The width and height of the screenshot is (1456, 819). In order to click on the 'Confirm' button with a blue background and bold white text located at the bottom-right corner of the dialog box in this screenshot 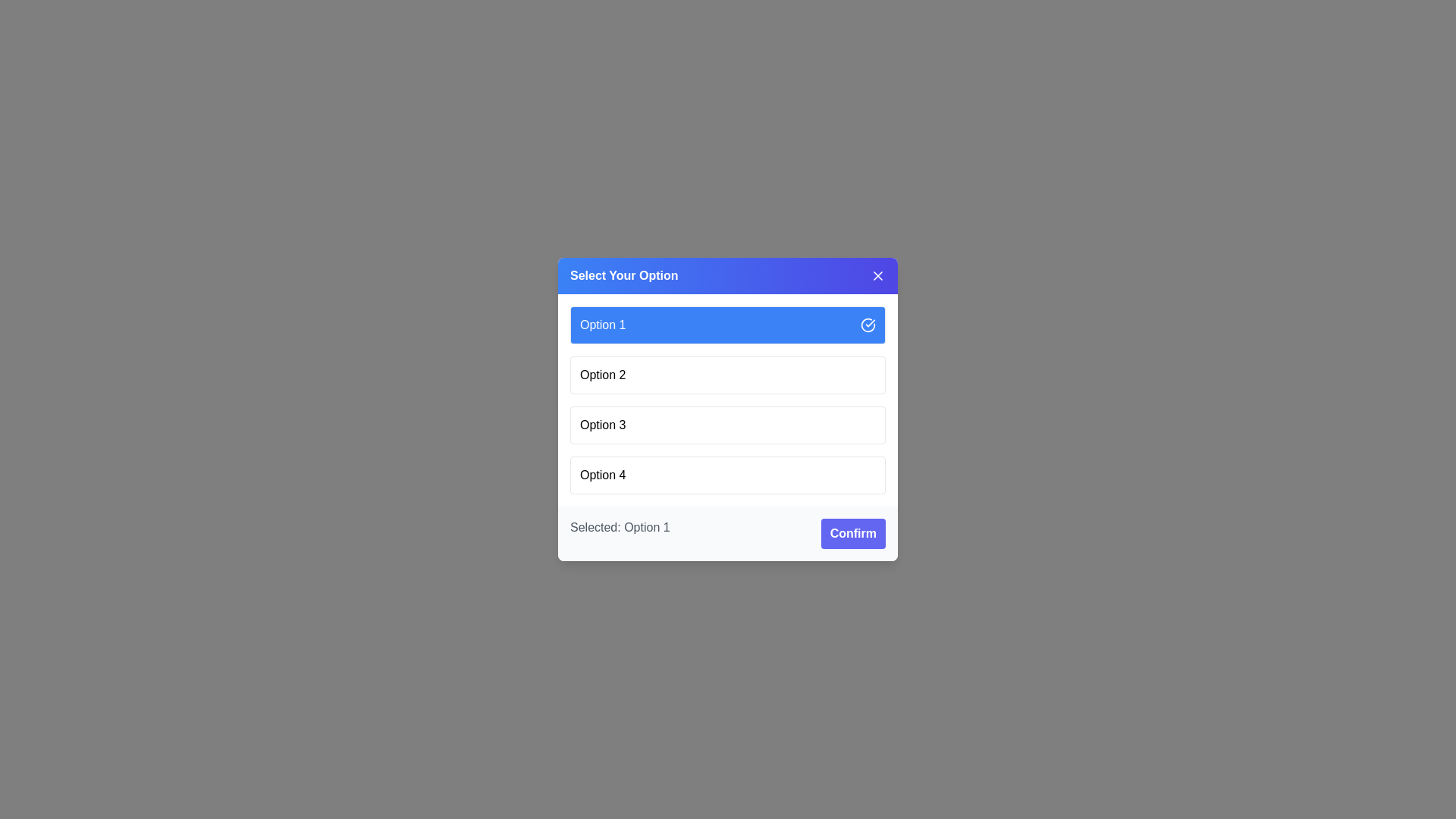, I will do `click(853, 533)`.